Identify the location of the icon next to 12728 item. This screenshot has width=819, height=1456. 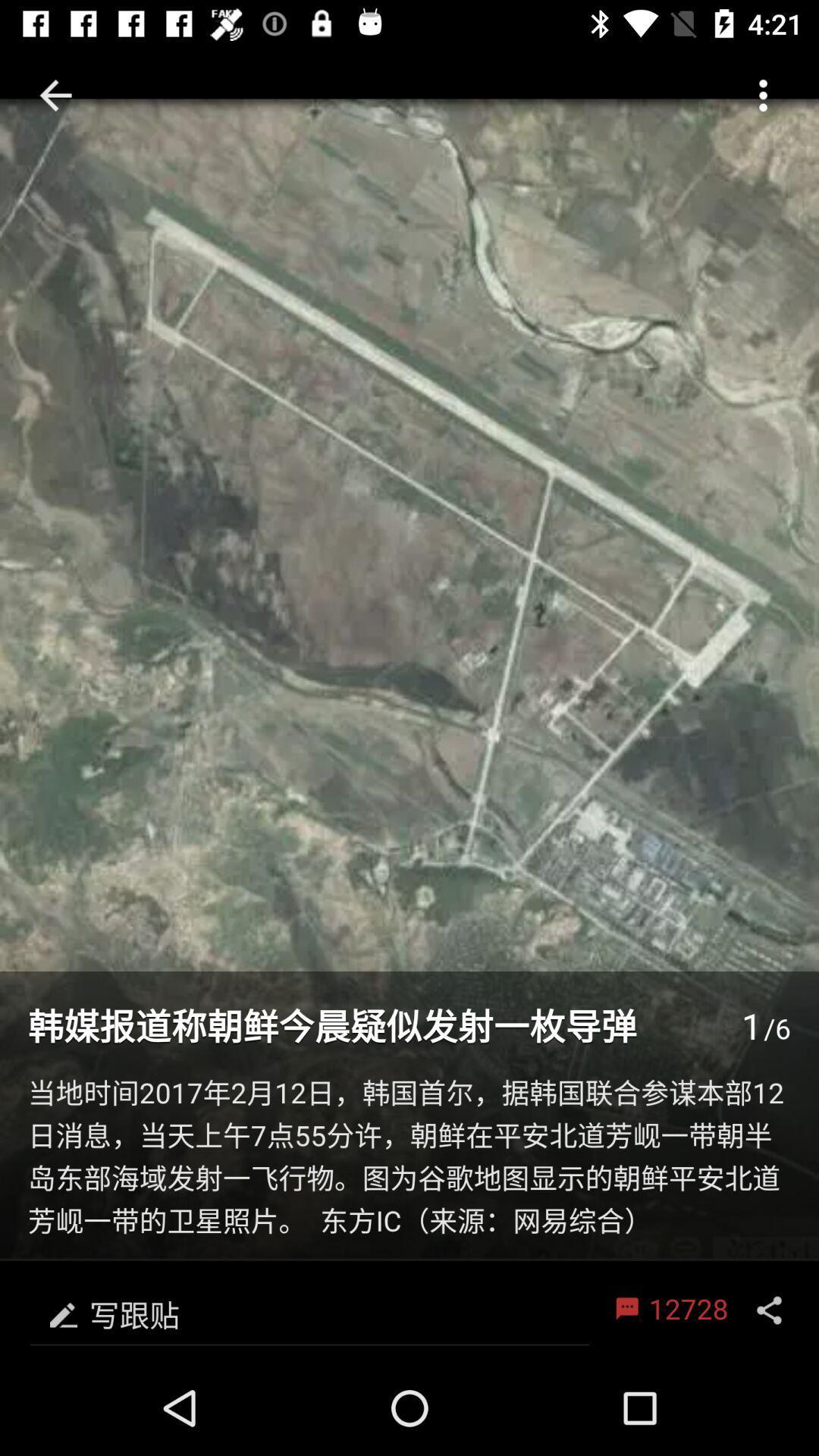
(309, 1310).